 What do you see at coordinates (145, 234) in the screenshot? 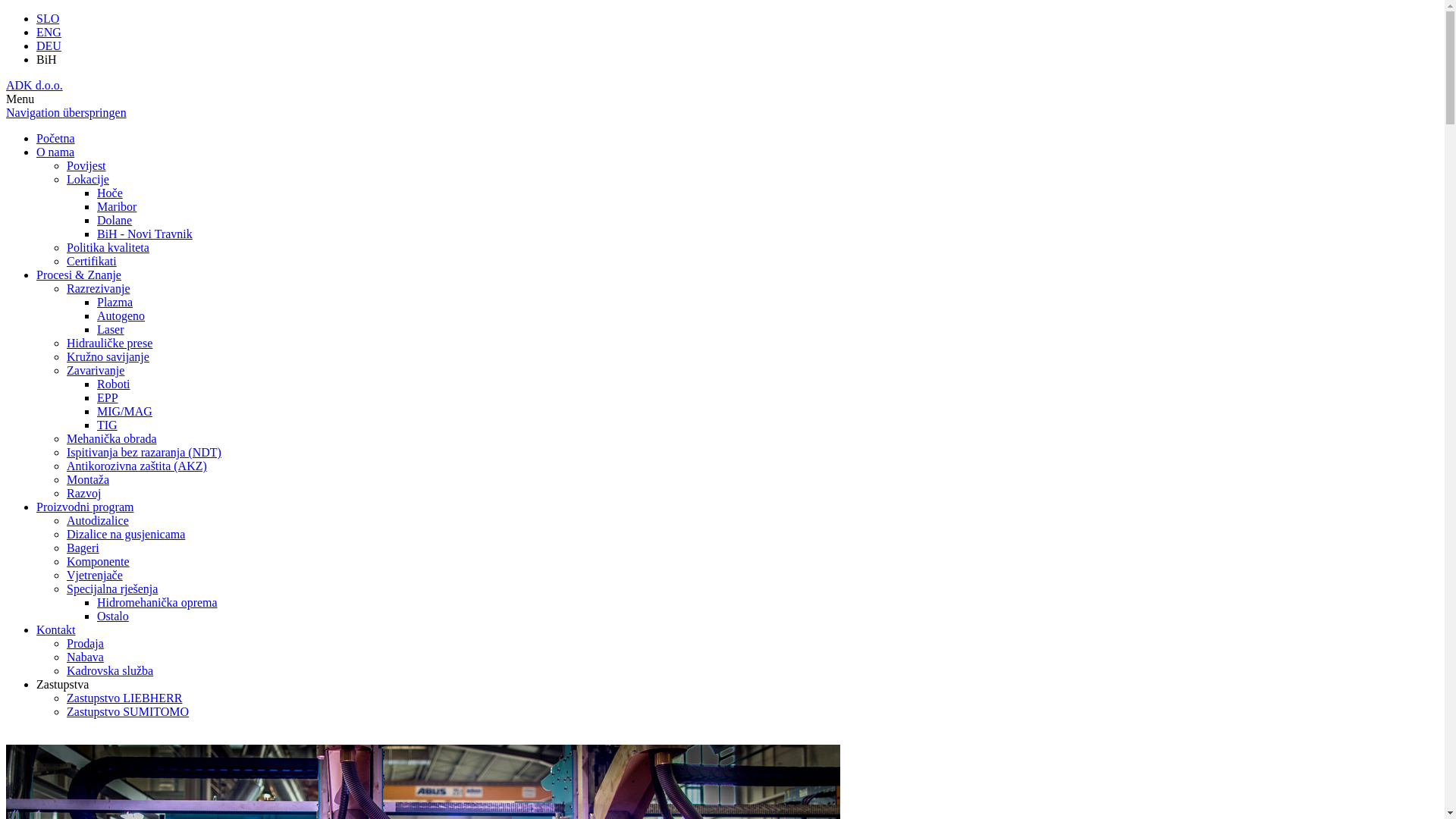
I see `'BiH - Novi Travnik'` at bounding box center [145, 234].